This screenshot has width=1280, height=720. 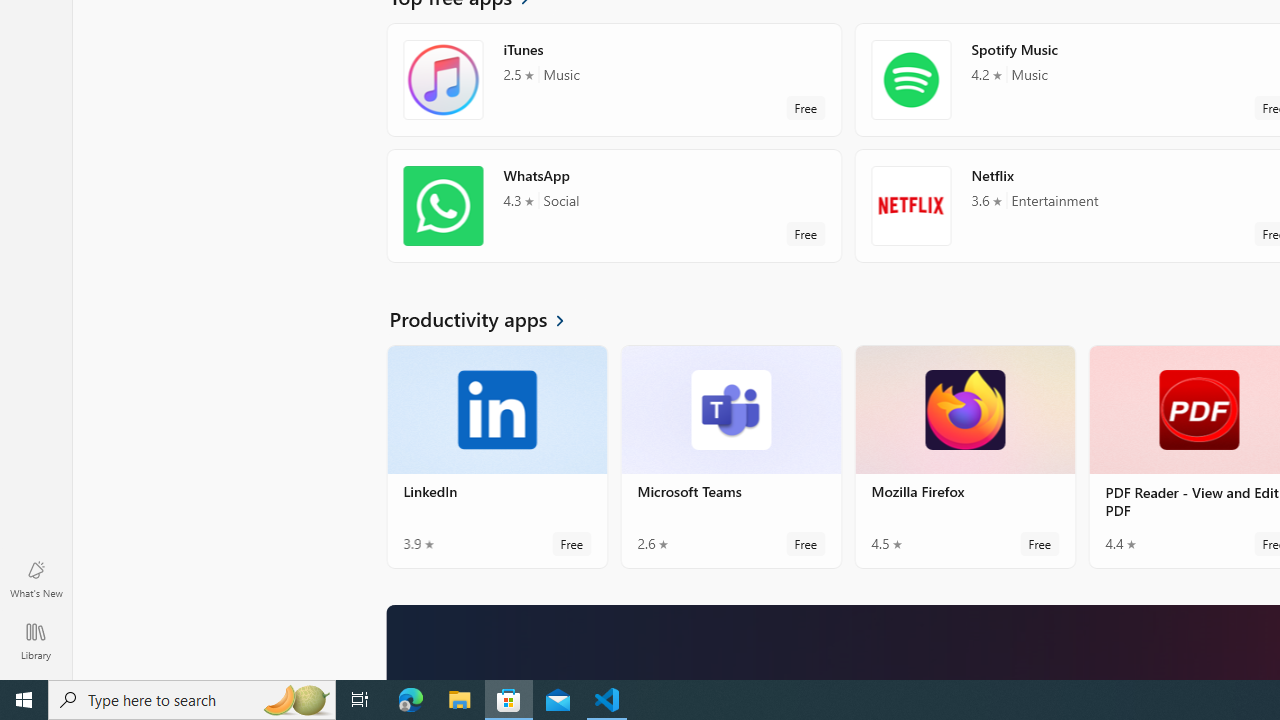 I want to click on 'LinkedIn. Average rating of 3.9 out of five stars. Free  ', so click(x=497, y=456).